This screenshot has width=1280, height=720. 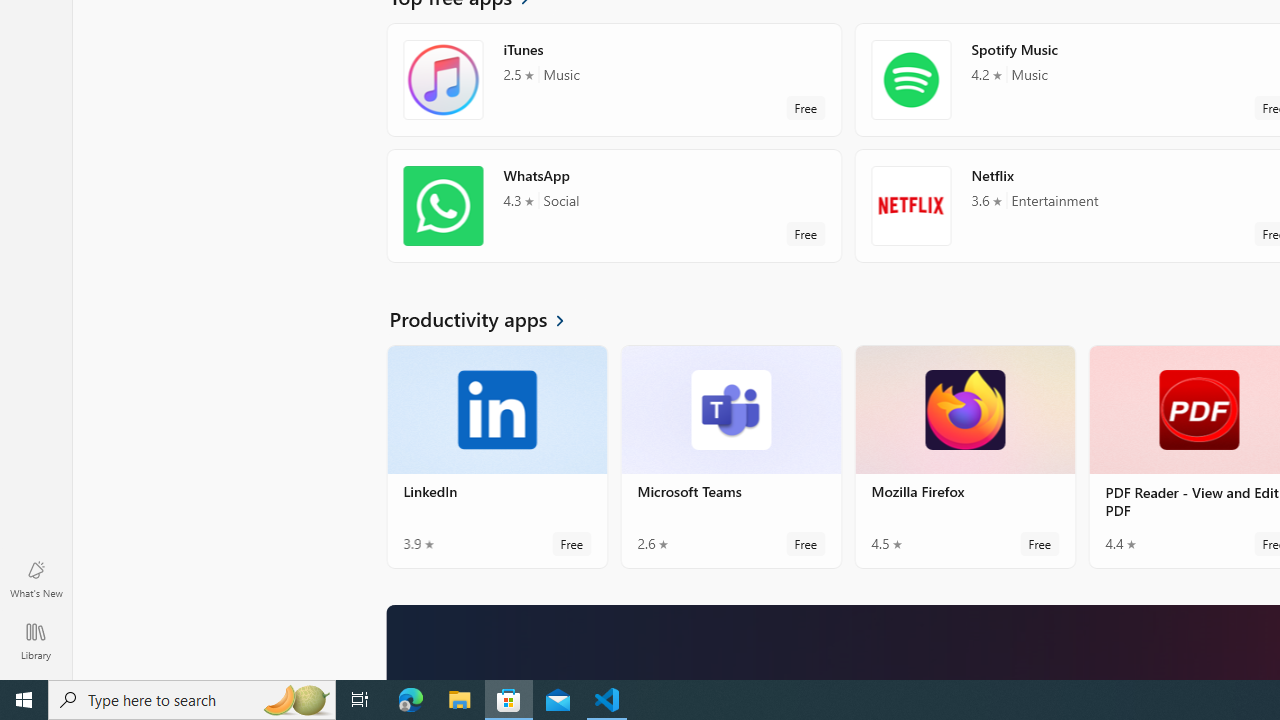 I want to click on 'LinkedIn. Average rating of 3.9 out of five stars. Free  ', so click(x=497, y=456).